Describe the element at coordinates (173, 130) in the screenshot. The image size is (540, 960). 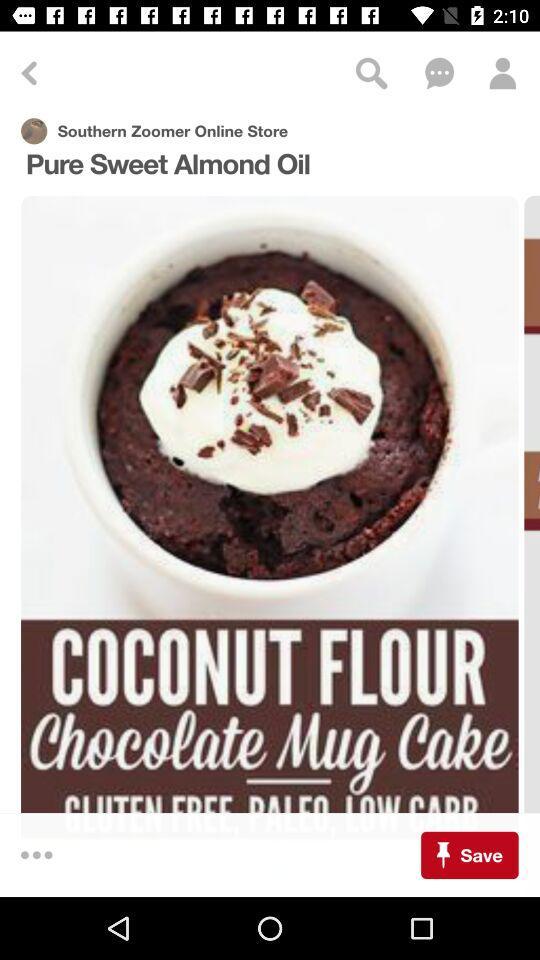
I see `the text above pure sweet almond oil` at that location.